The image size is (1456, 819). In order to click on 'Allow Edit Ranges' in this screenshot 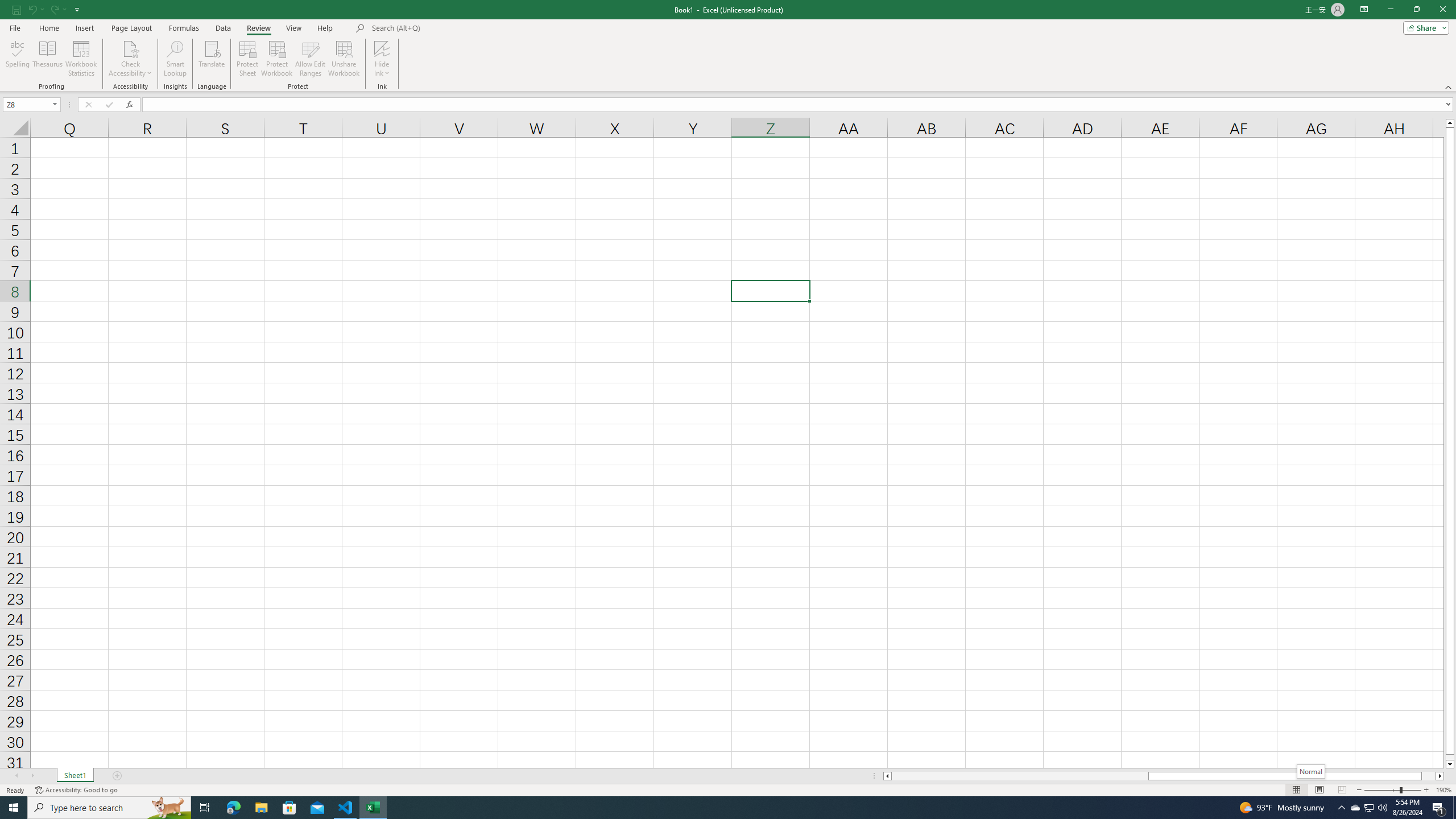, I will do `click(311, 59)`.